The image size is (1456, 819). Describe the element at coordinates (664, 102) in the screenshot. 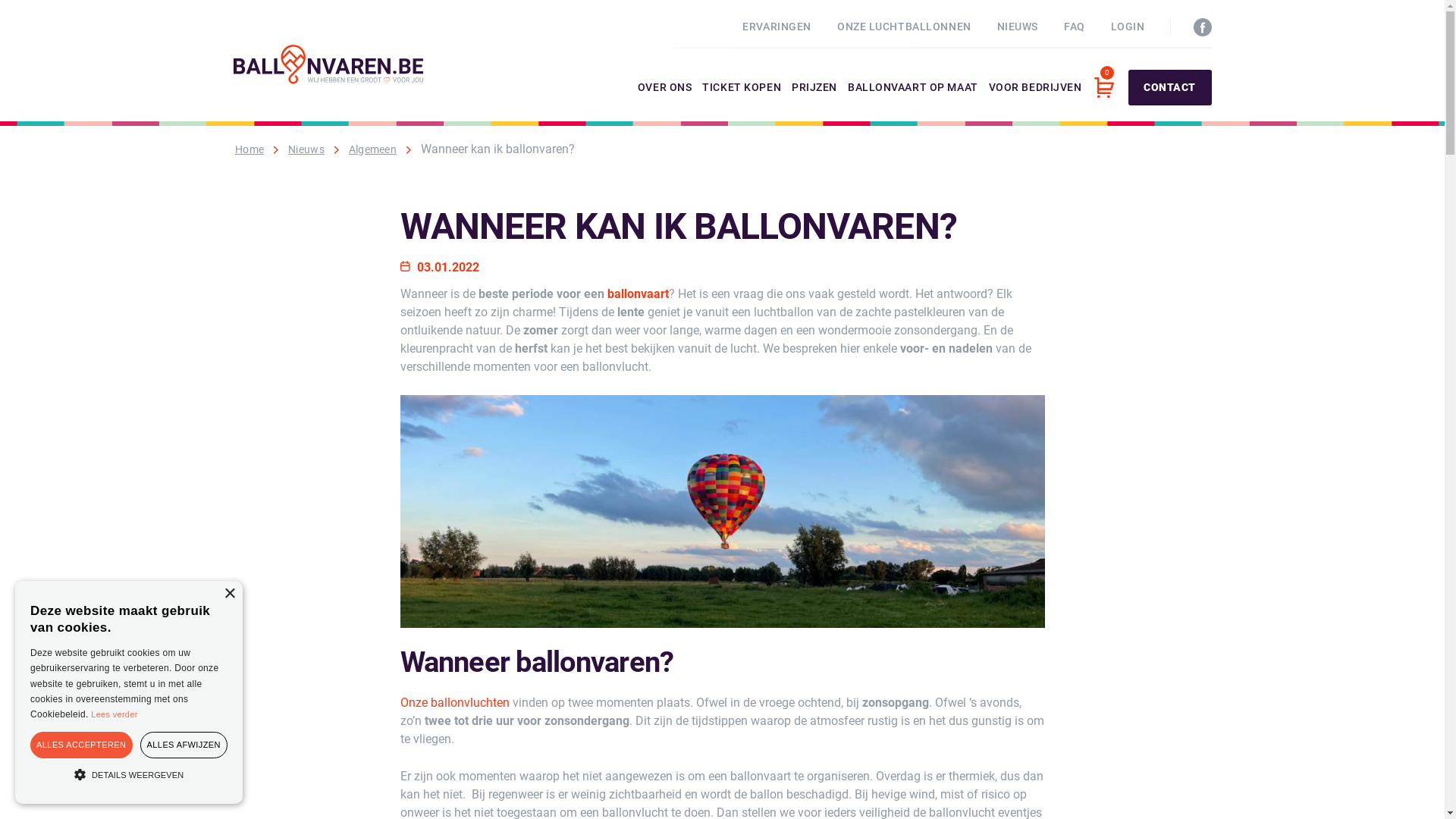

I see `'OVER ONS'` at that location.